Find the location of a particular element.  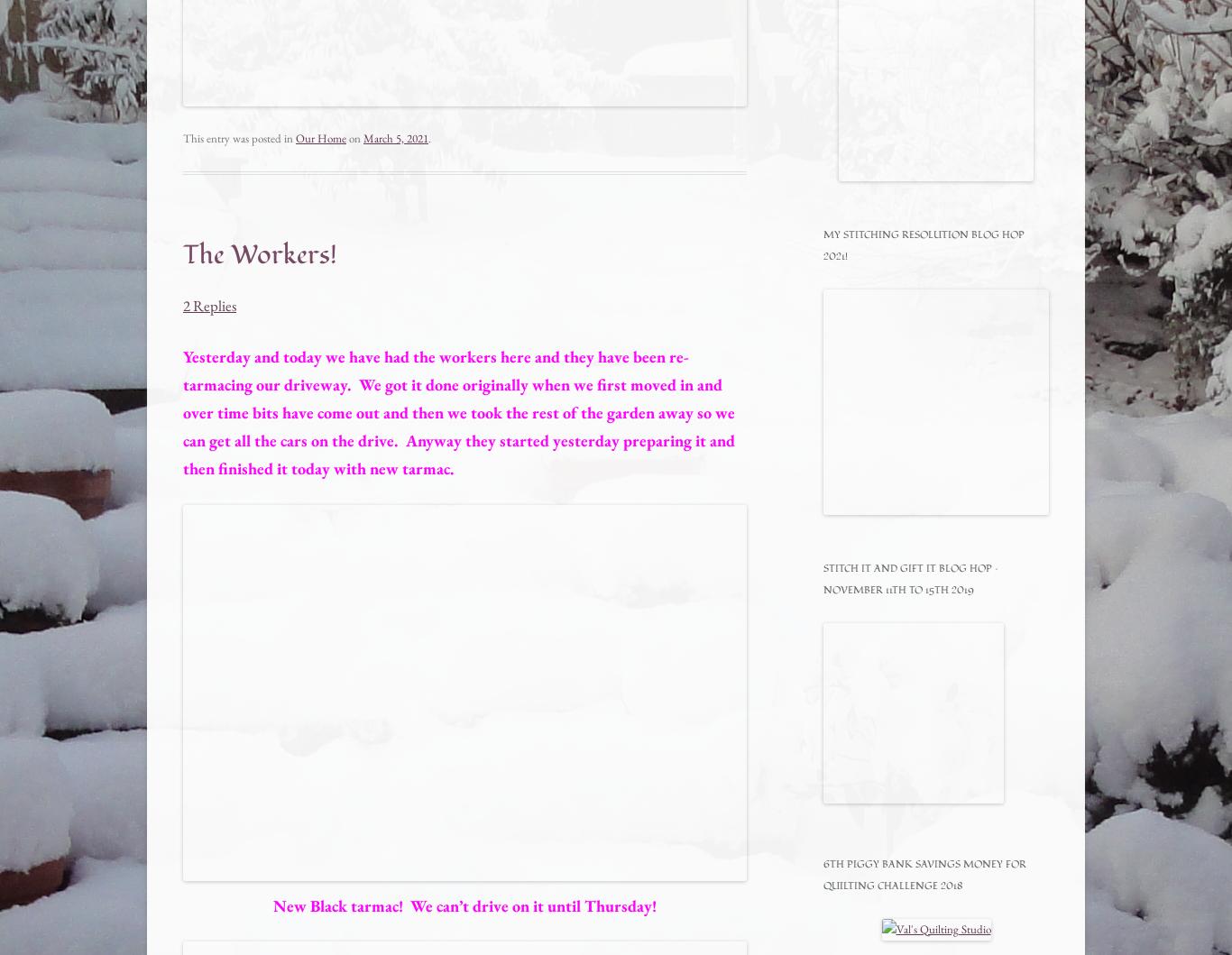

'2 Replies' is located at coordinates (209, 304).